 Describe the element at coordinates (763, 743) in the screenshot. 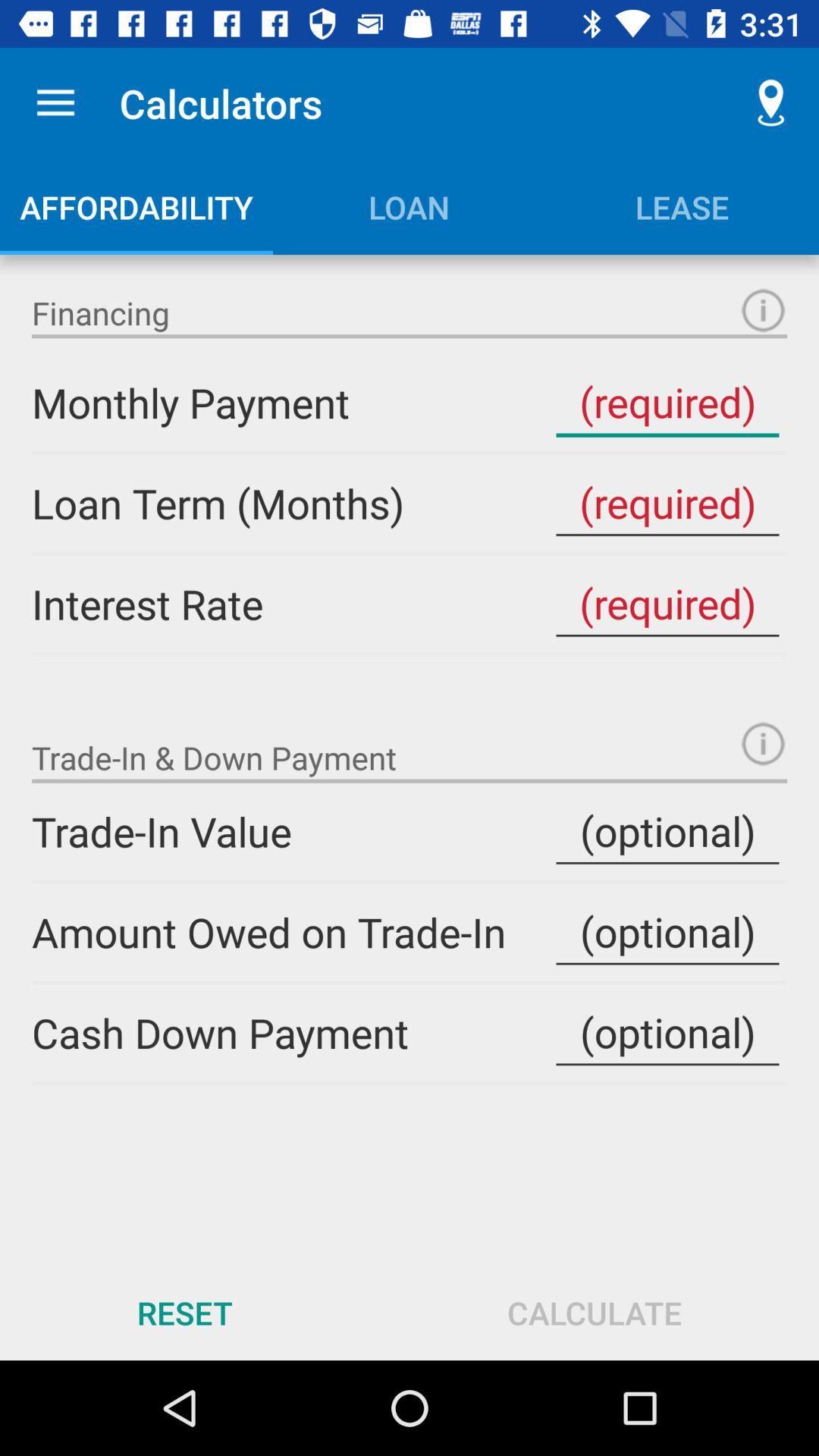

I see `the info icon` at that location.